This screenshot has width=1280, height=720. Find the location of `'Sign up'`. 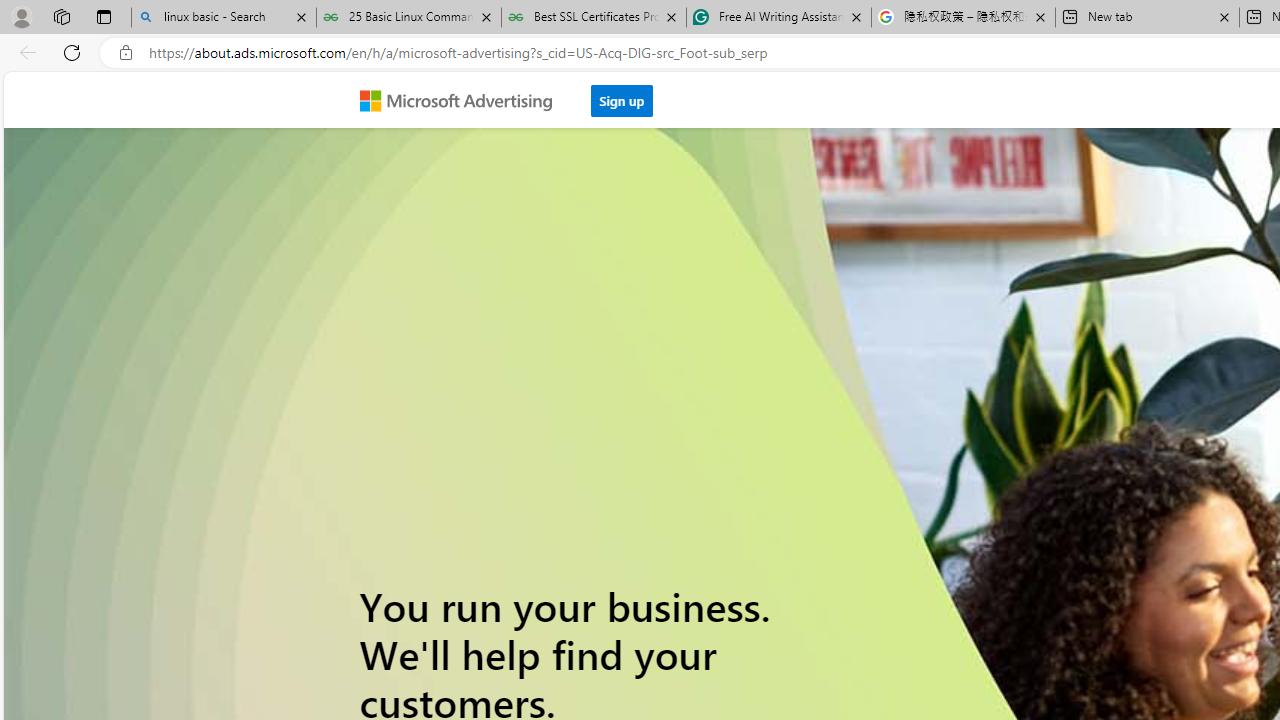

'Sign up' is located at coordinates (621, 100).